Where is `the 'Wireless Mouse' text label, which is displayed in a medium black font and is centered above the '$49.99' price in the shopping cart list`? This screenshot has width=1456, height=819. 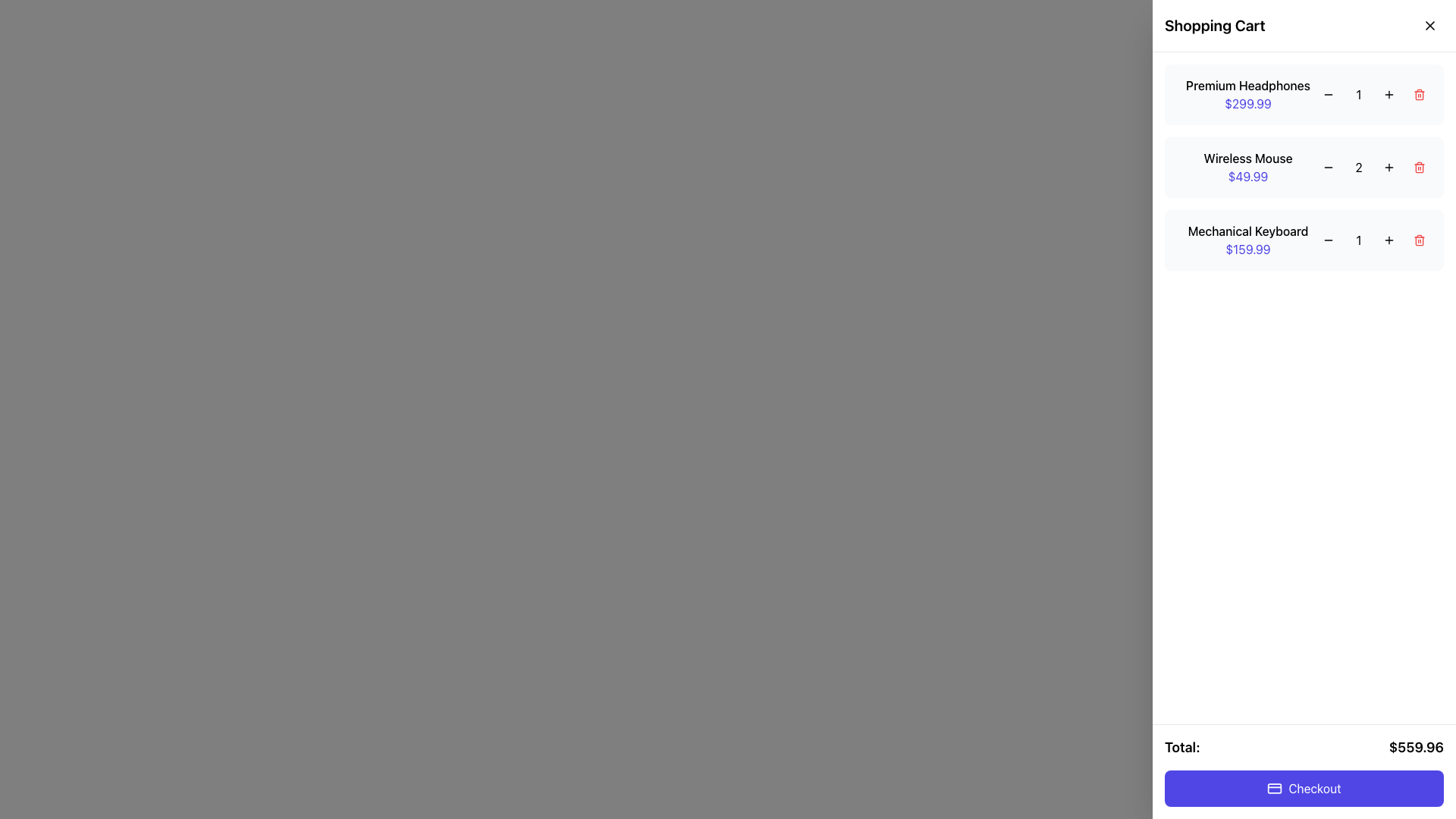 the 'Wireless Mouse' text label, which is displayed in a medium black font and is centered above the '$49.99' price in the shopping cart list is located at coordinates (1248, 158).